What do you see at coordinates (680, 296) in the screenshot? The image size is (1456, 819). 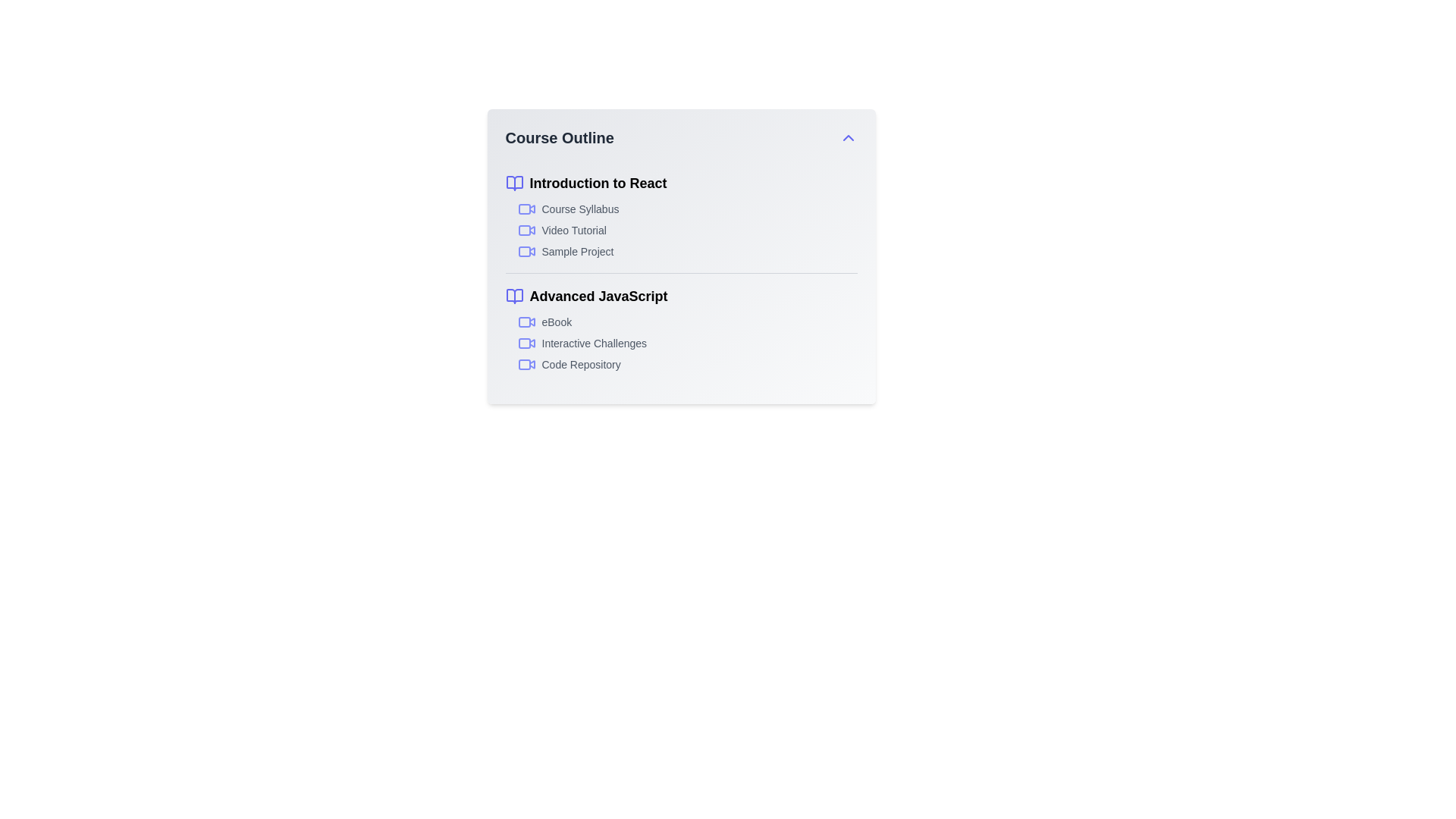 I see `the text of the course title Advanced JavaScript` at bounding box center [680, 296].